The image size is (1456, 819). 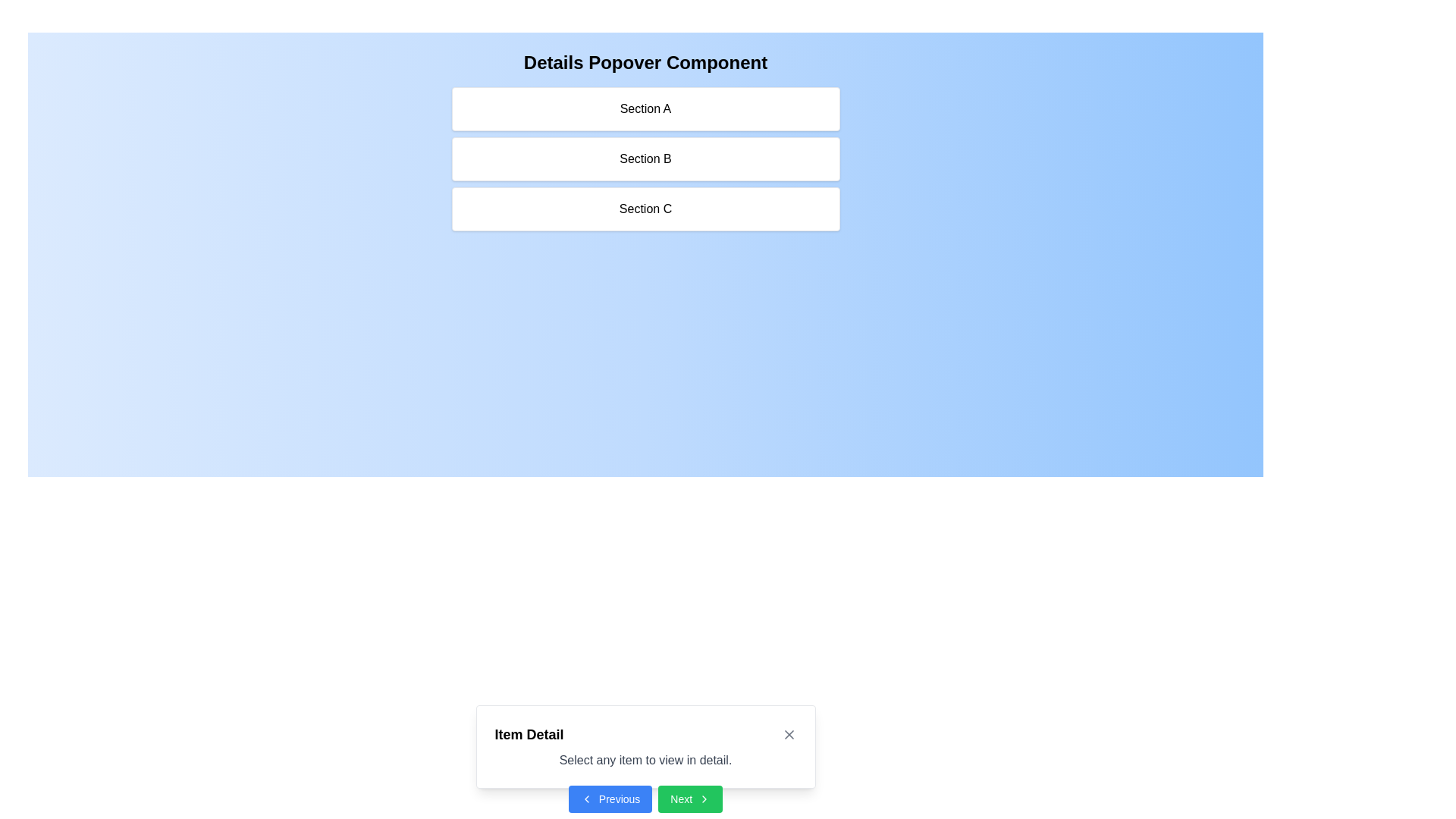 What do you see at coordinates (704, 798) in the screenshot?
I see `the rightward-pointing chevron icon located within the green 'Next' button` at bounding box center [704, 798].